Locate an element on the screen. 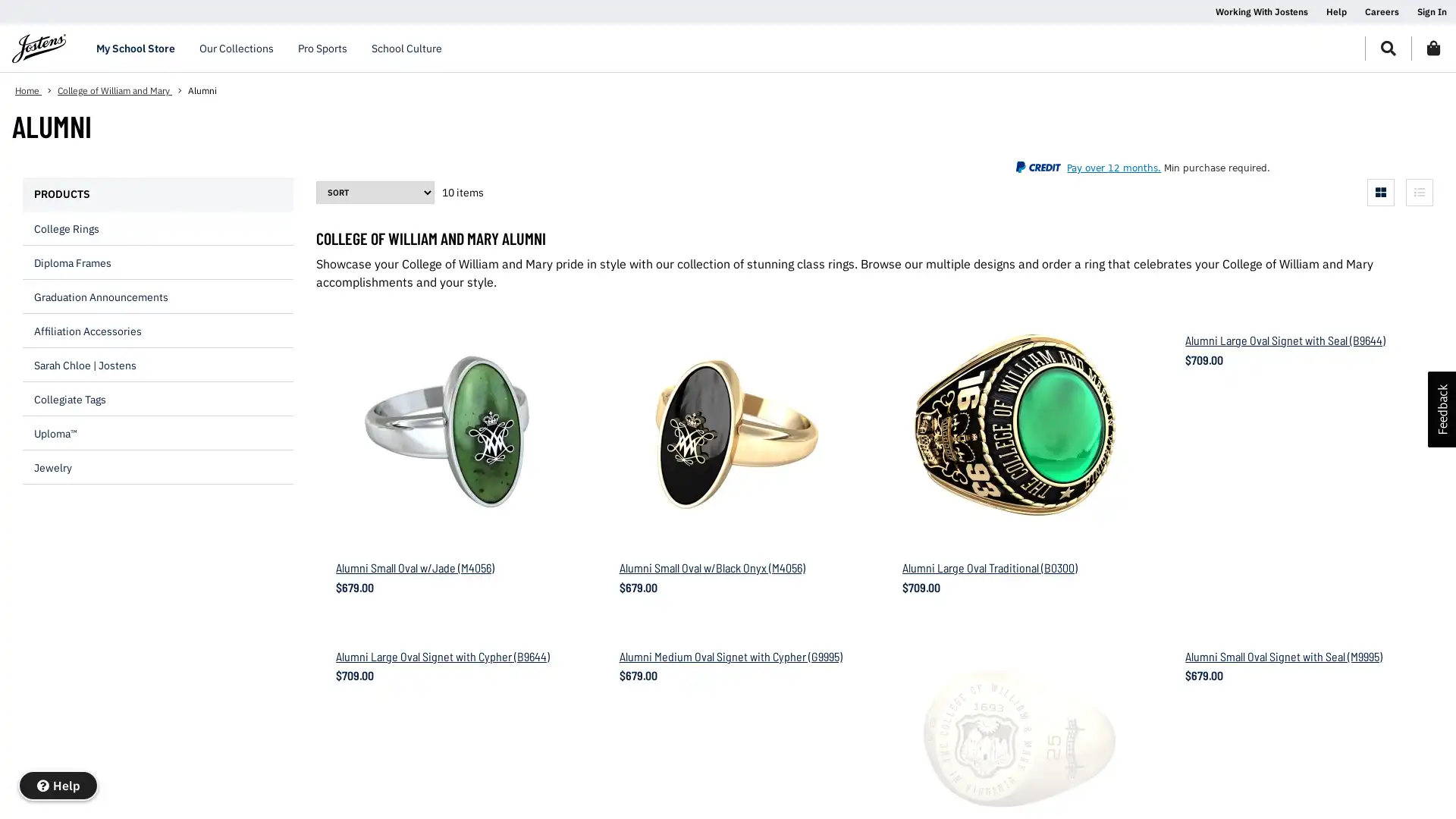  School Culture is located at coordinates (406, 48).